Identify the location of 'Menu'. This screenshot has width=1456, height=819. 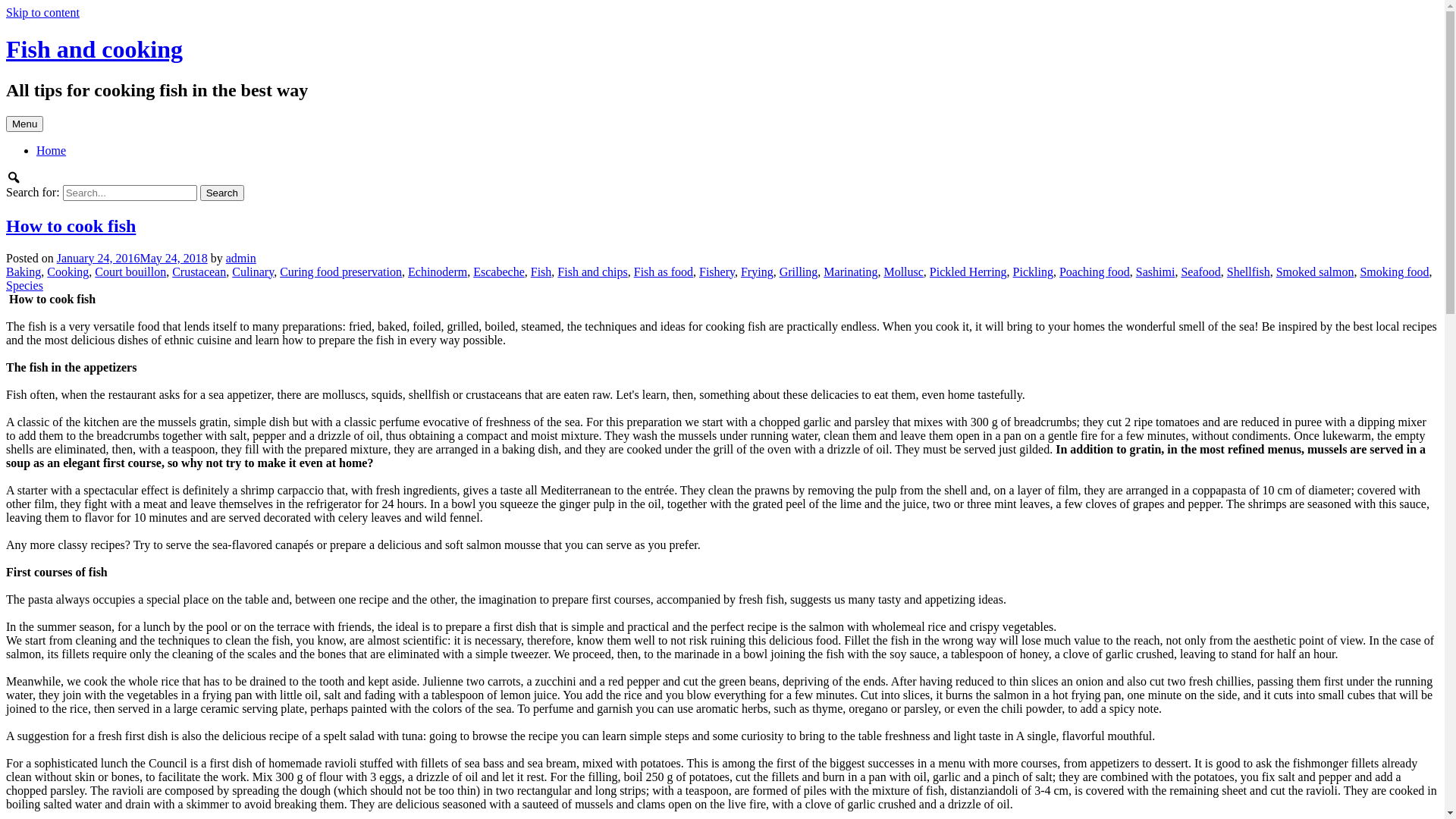
(24, 123).